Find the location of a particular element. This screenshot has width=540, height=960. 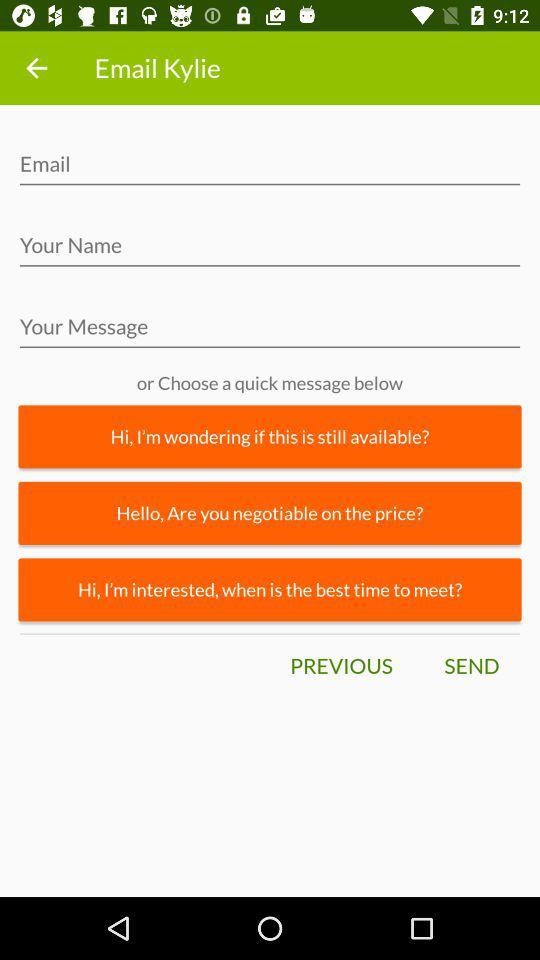

the item above the or choose a icon is located at coordinates (270, 332).